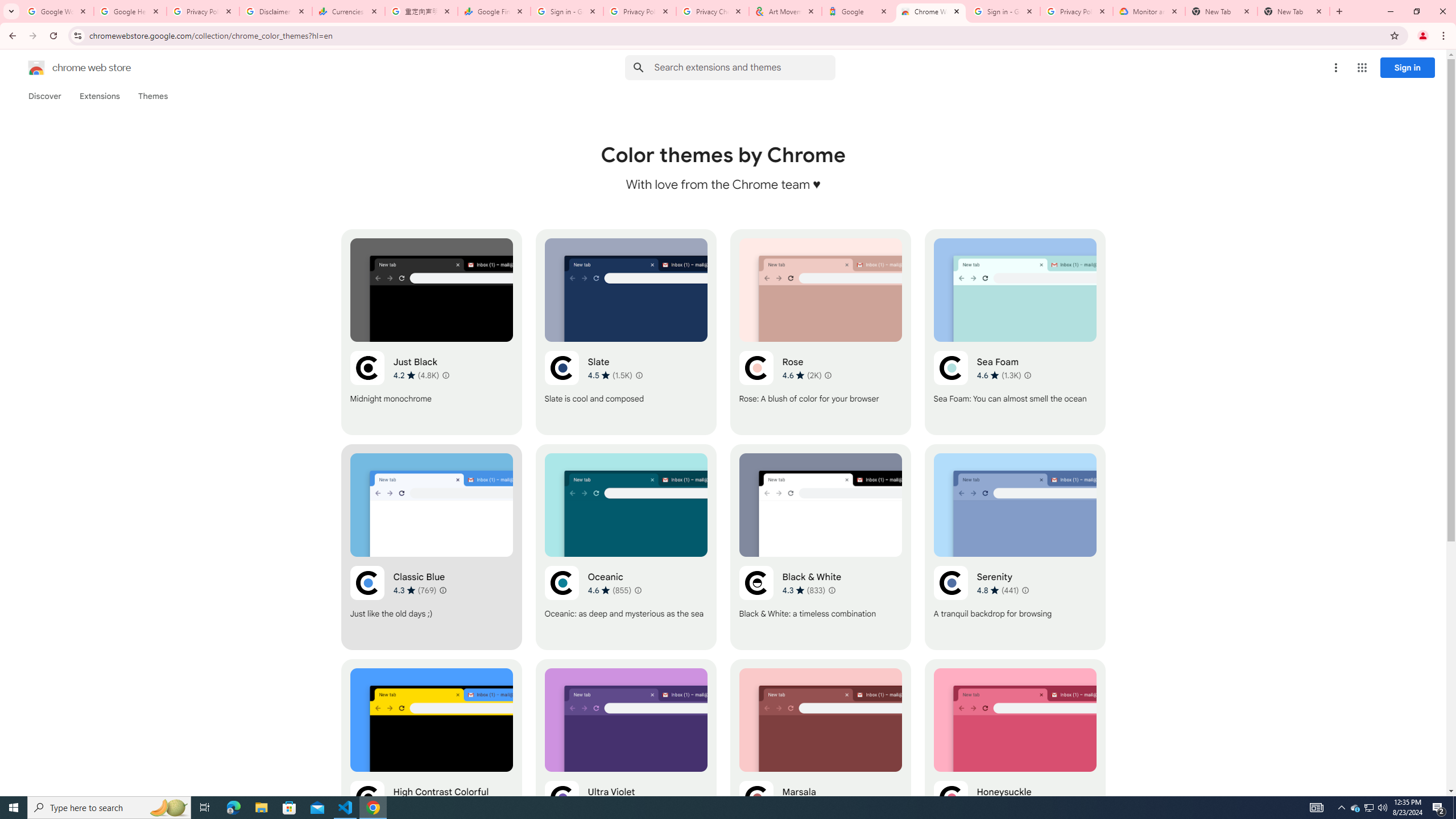  Describe the element at coordinates (999, 375) in the screenshot. I see `'Average rating 4.6 out of 5 stars. 1.3K ratings.'` at that location.